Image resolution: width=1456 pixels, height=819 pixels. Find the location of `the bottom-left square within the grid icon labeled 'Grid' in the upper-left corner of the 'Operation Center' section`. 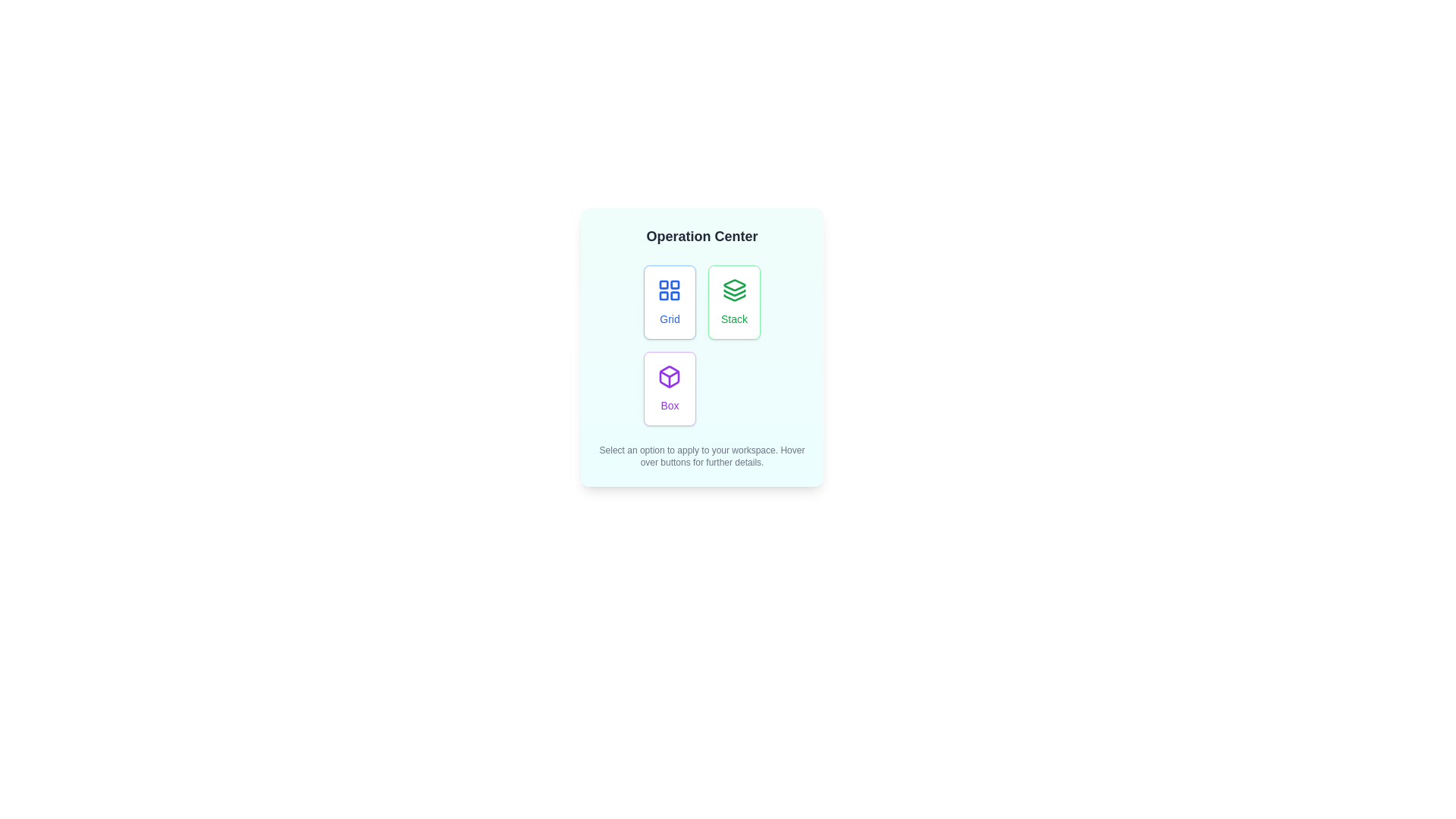

the bottom-left square within the grid icon labeled 'Grid' in the upper-left corner of the 'Operation Center' section is located at coordinates (664, 296).